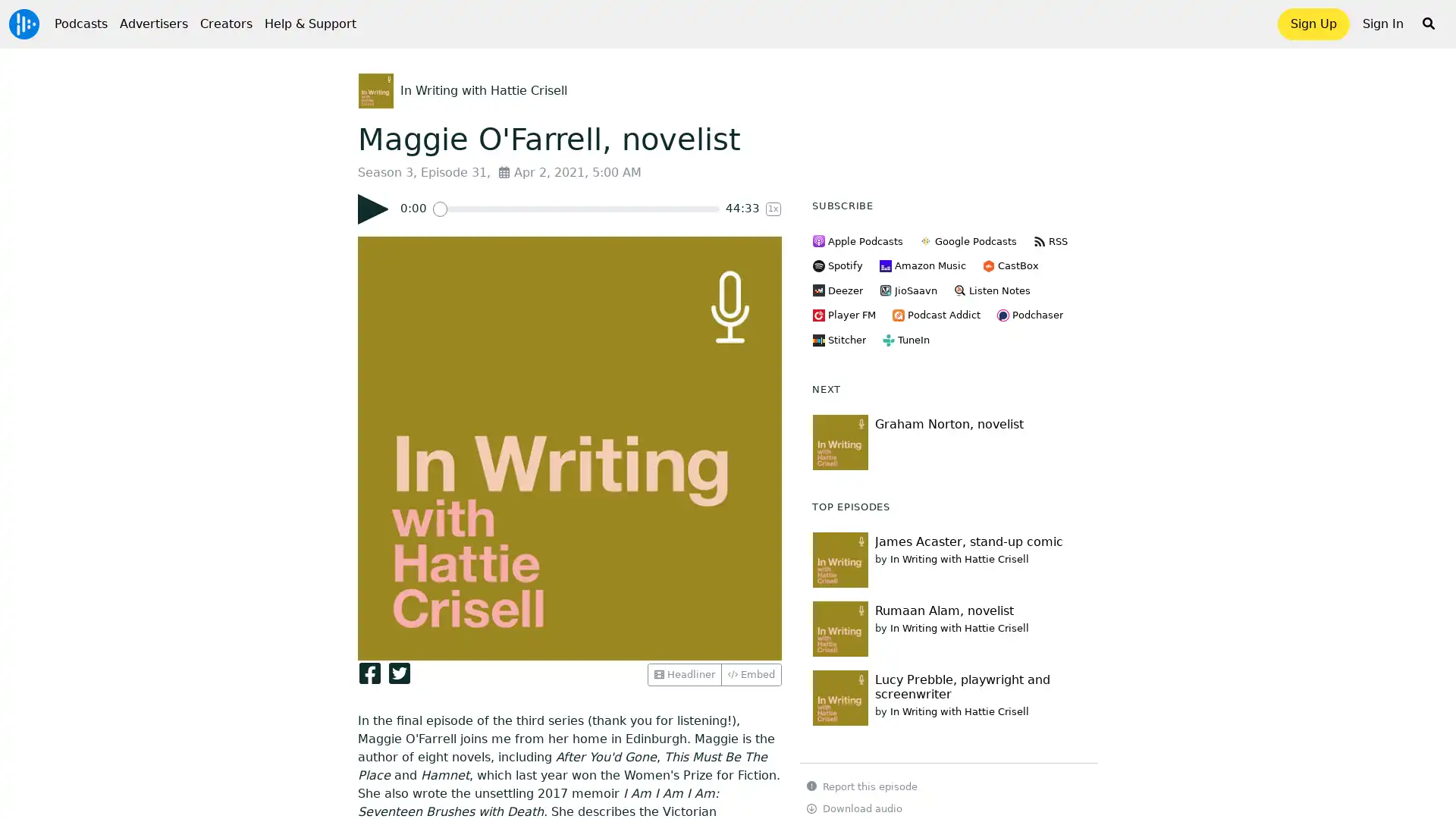  I want to click on play, so click(372, 209).